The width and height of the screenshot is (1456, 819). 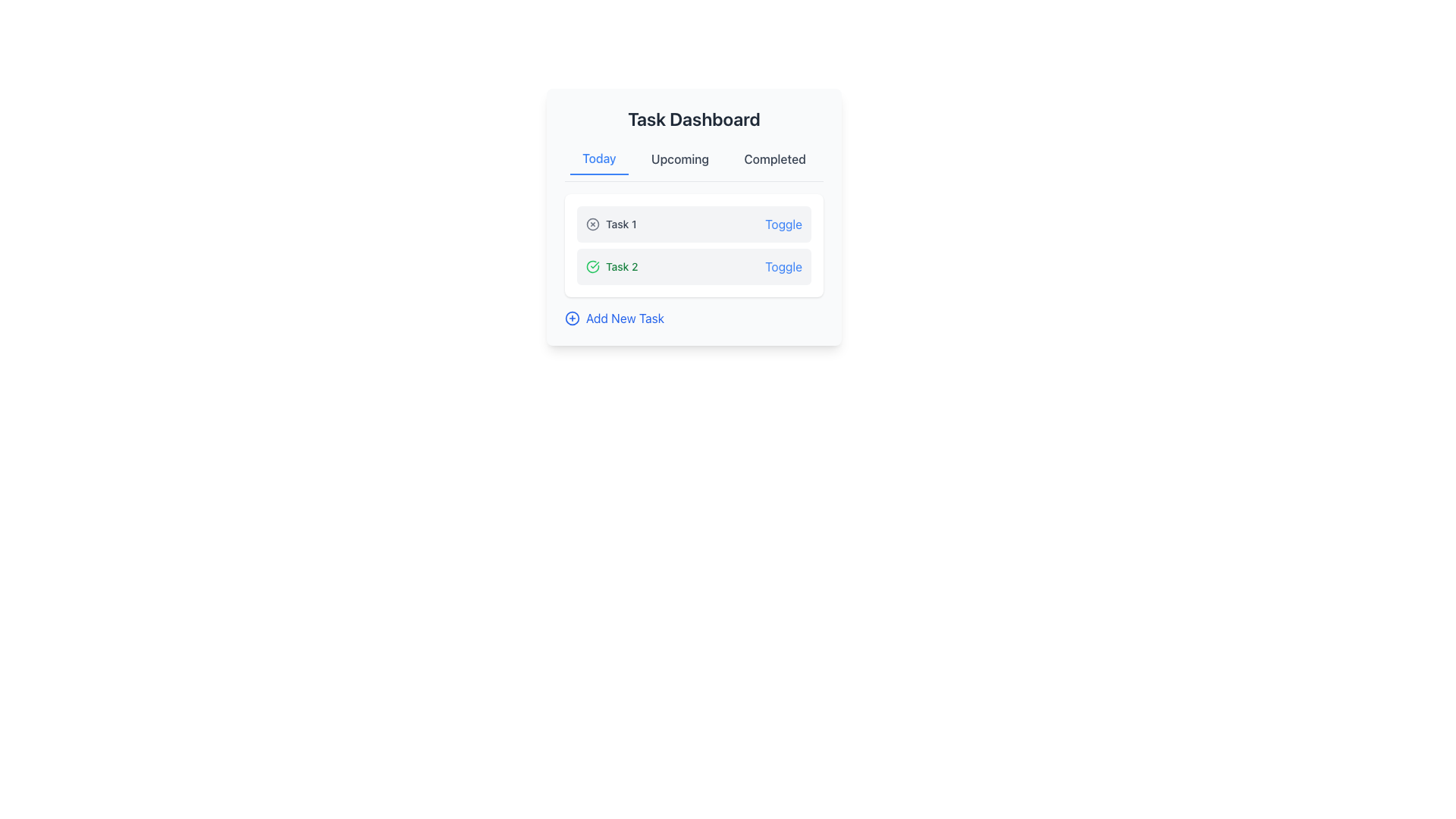 I want to click on the task status icon located to the left of the 'Task 1' description, so click(x=592, y=224).